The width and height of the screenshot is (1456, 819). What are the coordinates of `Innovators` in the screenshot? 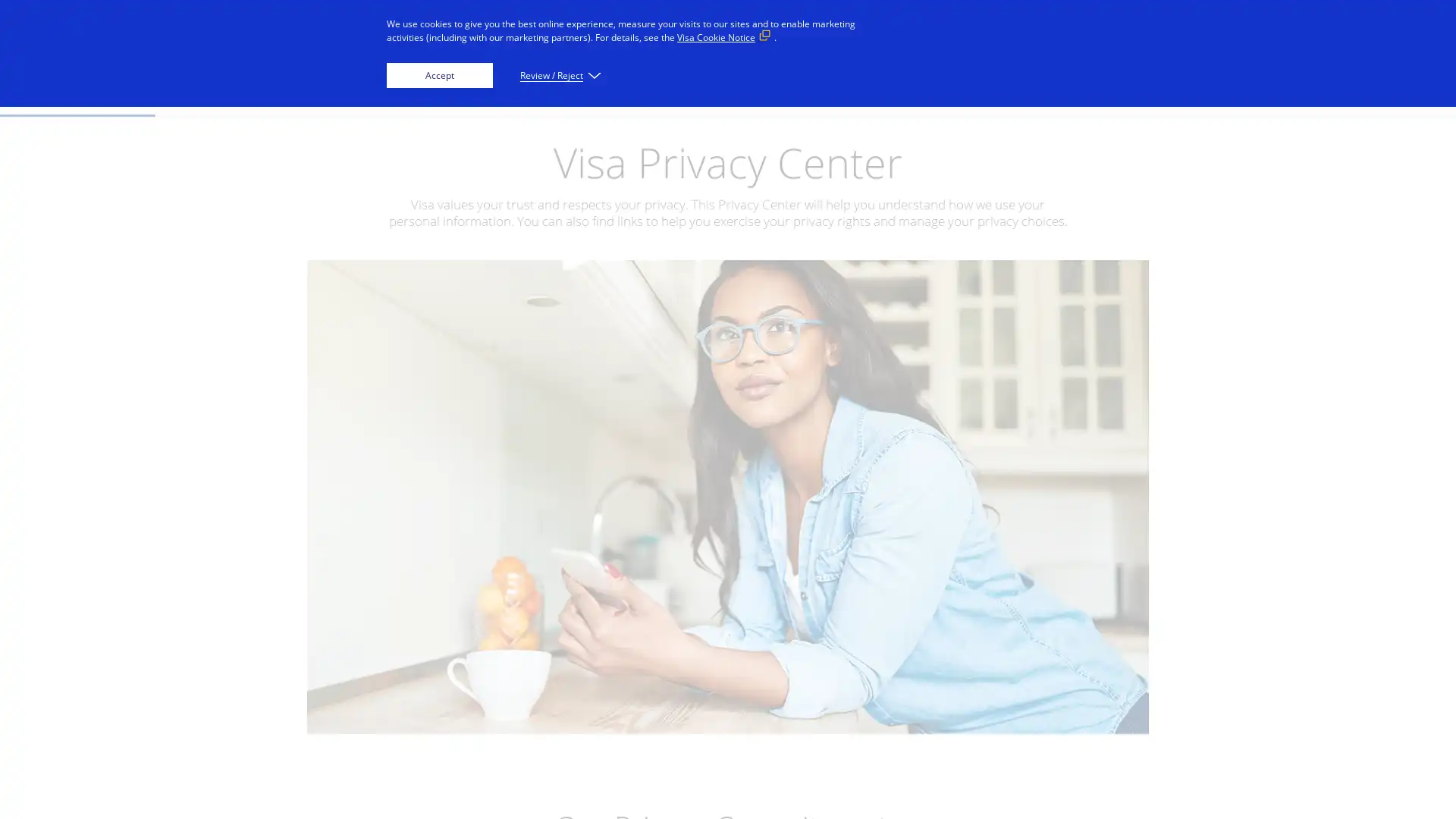 It's located at (824, 40).